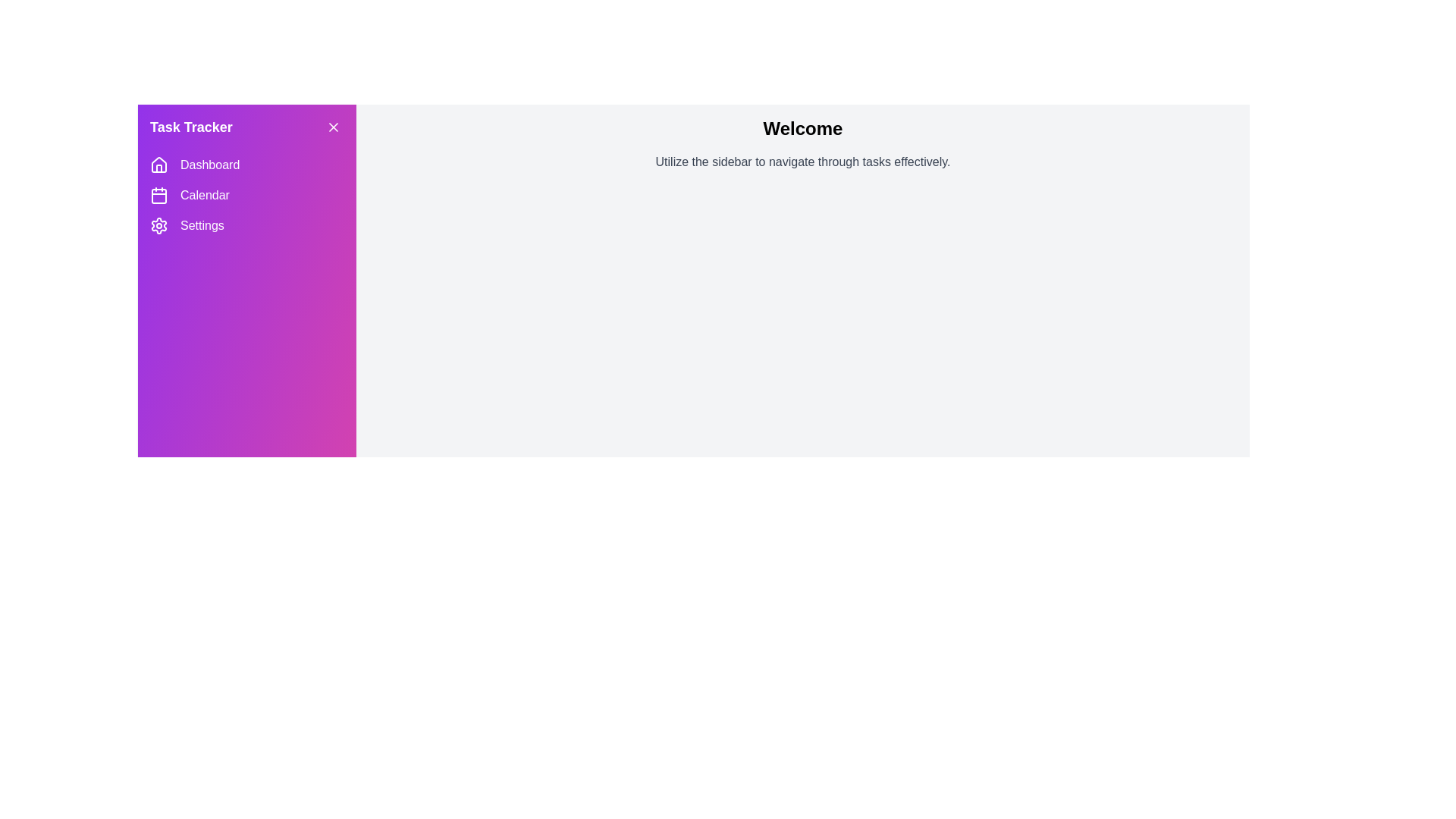 This screenshot has width=1456, height=819. Describe the element at coordinates (247, 165) in the screenshot. I see `the menu item Dashboard in the sidebar` at that location.